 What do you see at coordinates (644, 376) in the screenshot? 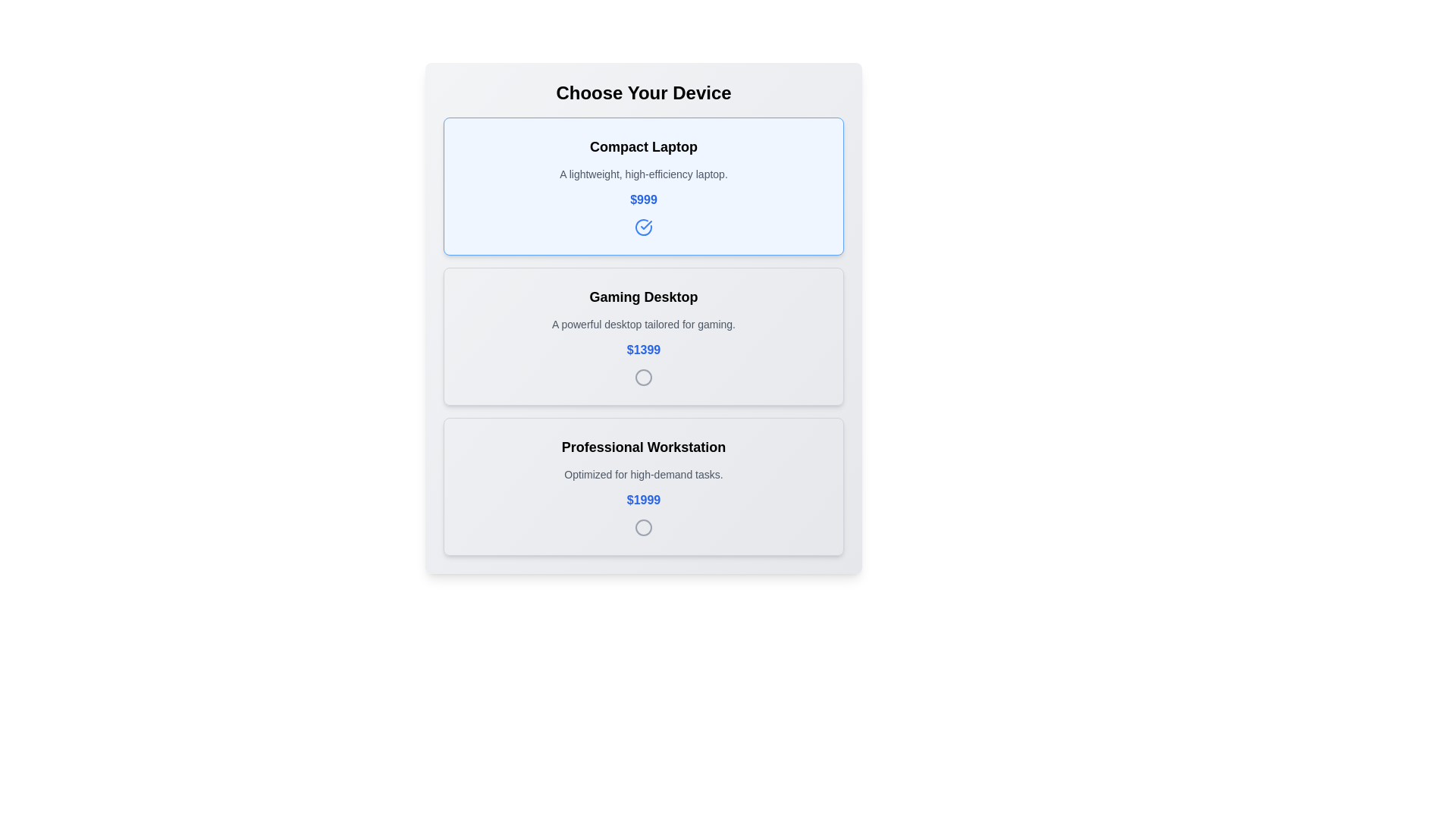
I see `the hollow circular radio button for 'Gaming Desktop' priced at '$1399', located centrally in the card beneath the text` at bounding box center [644, 376].